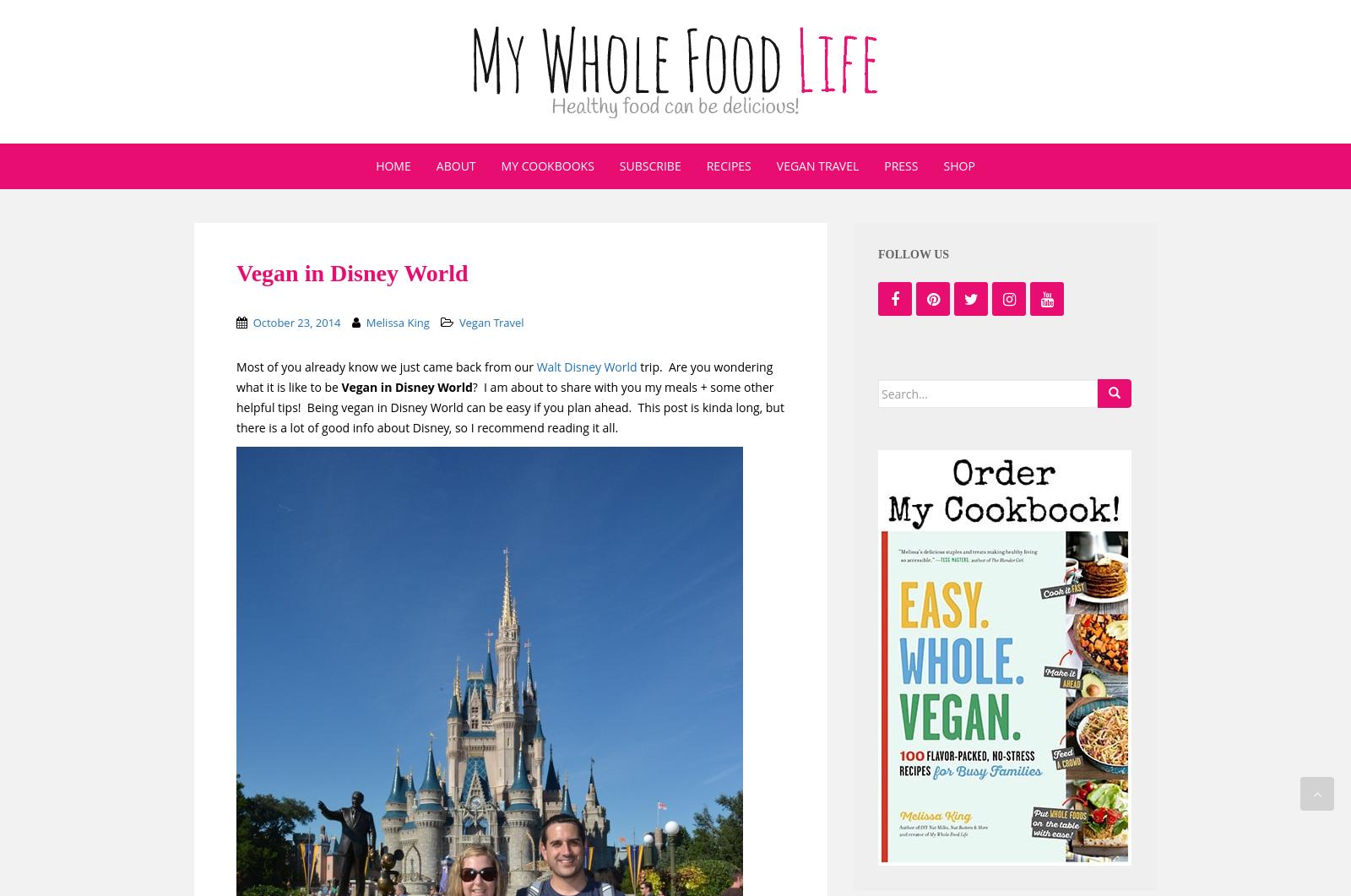 Image resolution: width=1351 pixels, height=896 pixels. Describe the element at coordinates (727, 165) in the screenshot. I see `'Recipes'` at that location.